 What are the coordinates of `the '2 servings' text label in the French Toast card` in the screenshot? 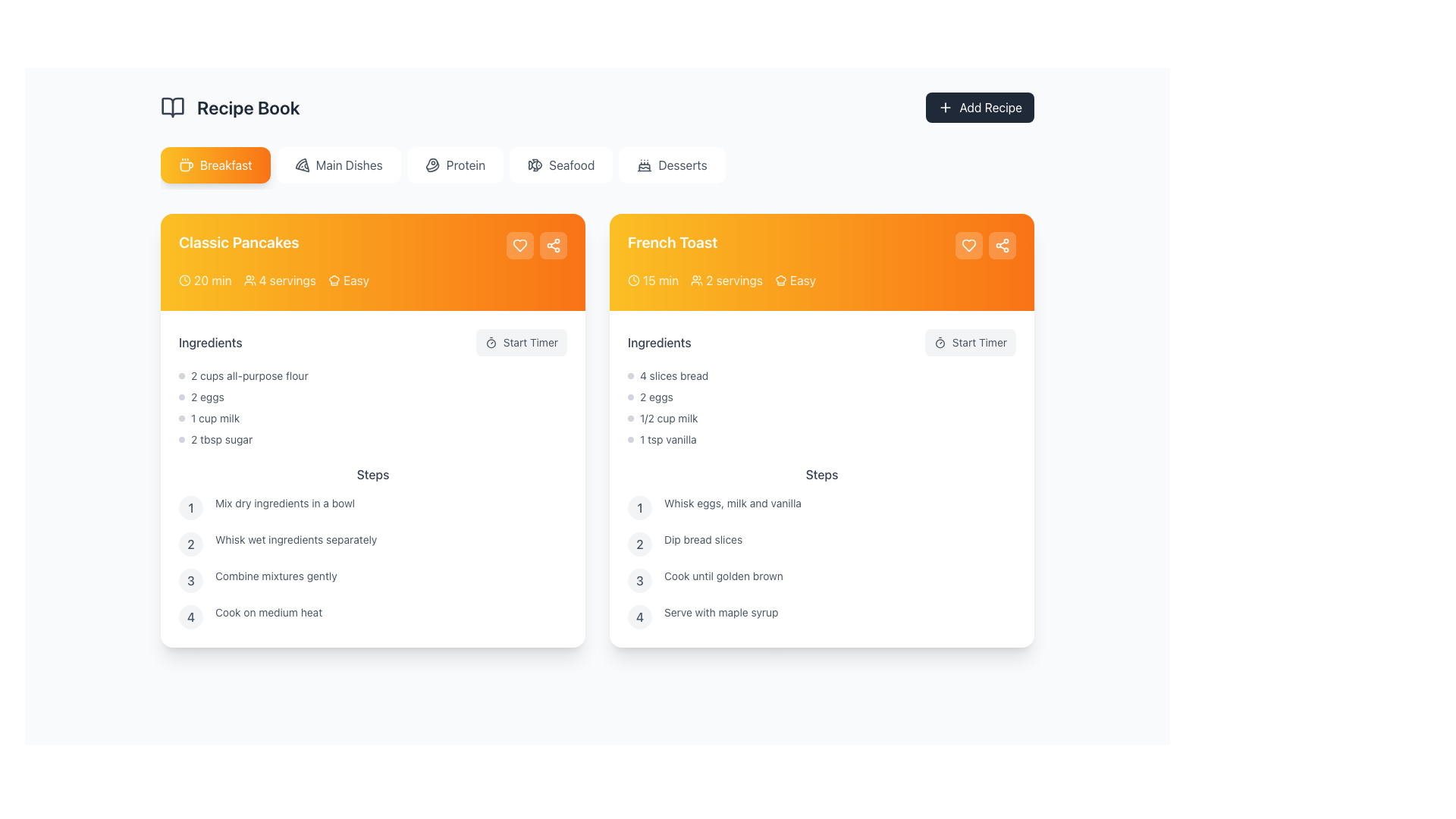 It's located at (734, 281).